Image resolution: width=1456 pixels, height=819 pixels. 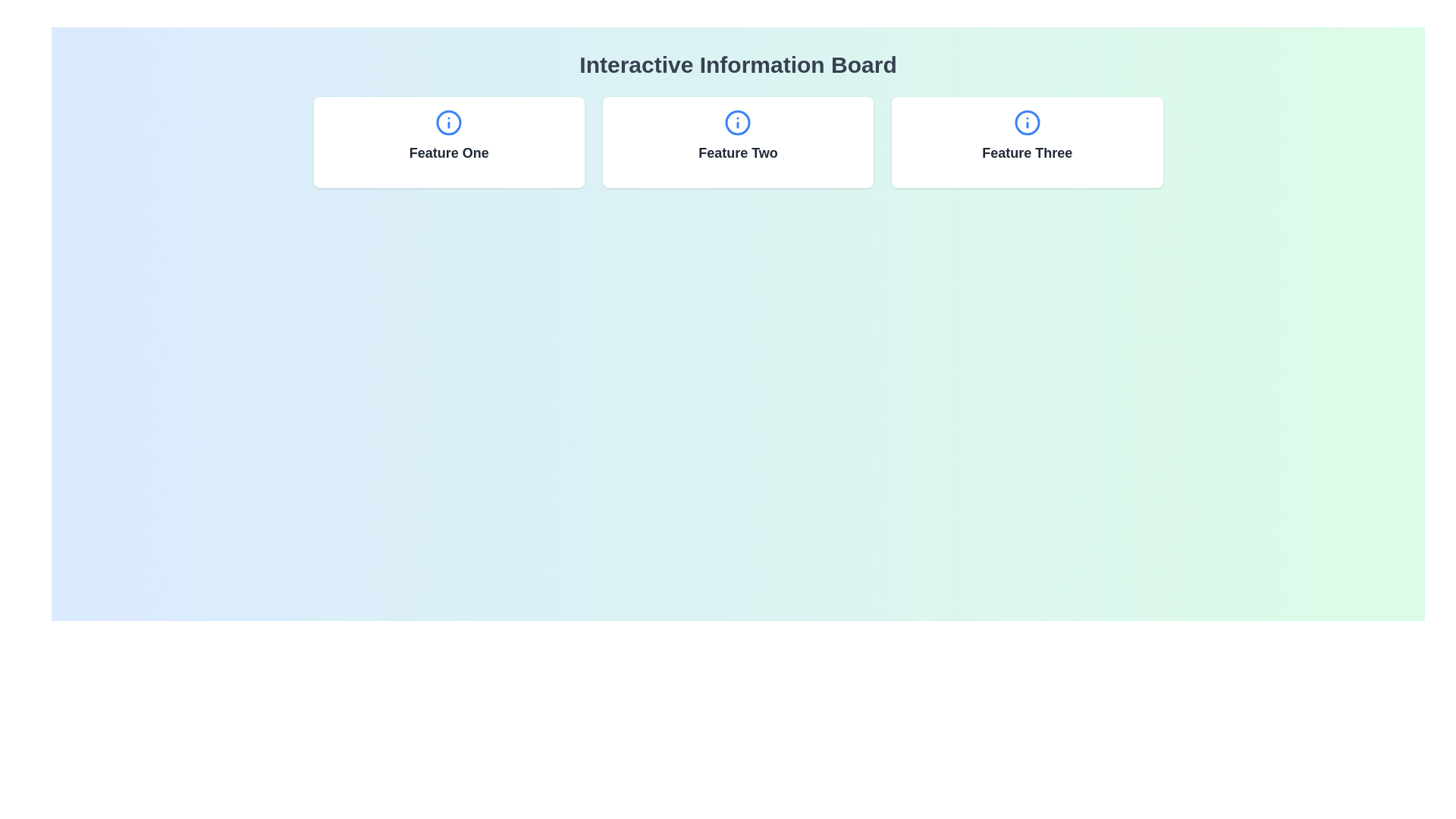 What do you see at coordinates (448, 136) in the screenshot?
I see `the label with icon for 'Feature One', which is the first element in the middle-left section of the interface, inside a white-background card with rounded corners` at bounding box center [448, 136].